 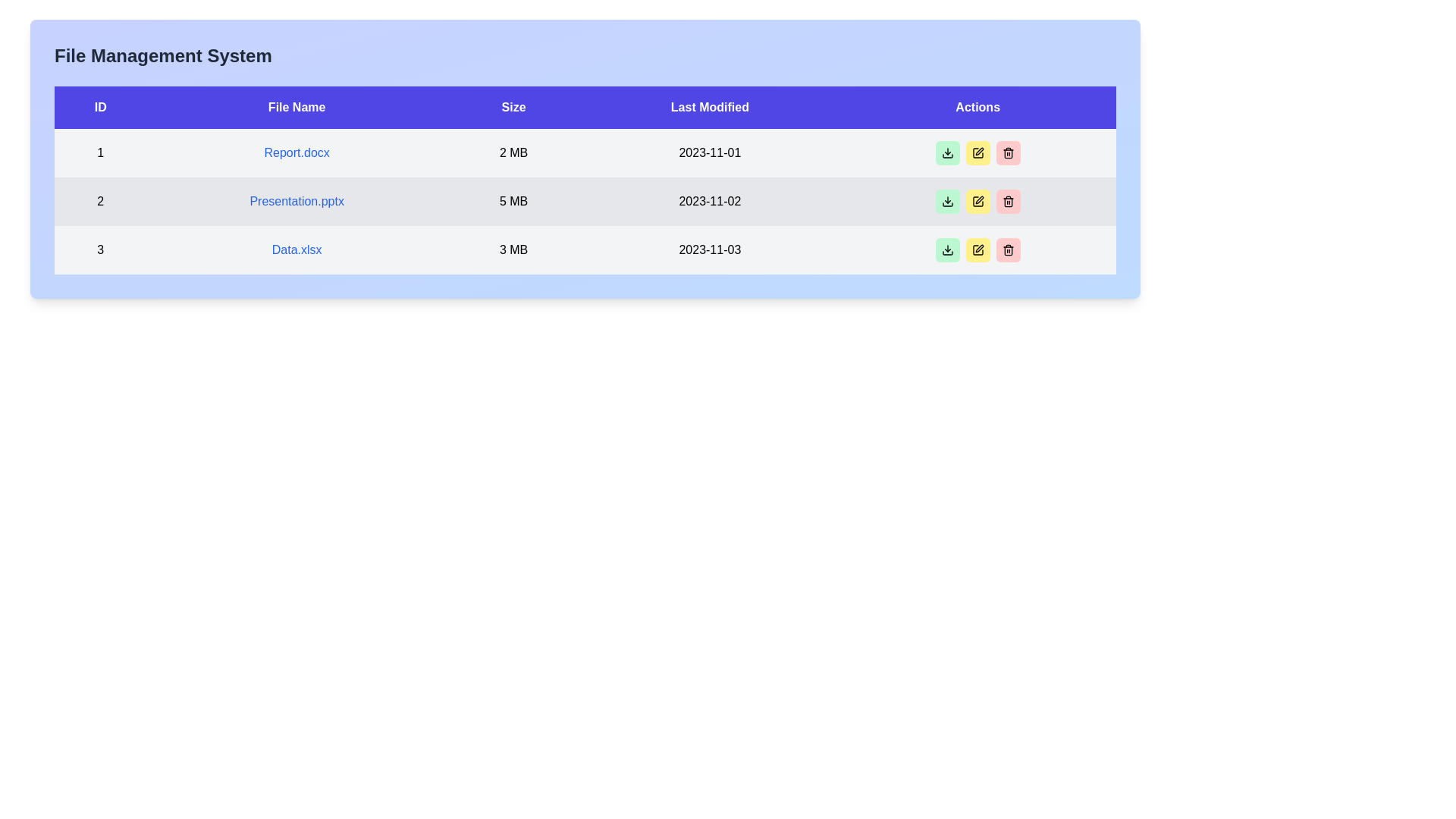 I want to click on the delete button in the 'Actions' column of the second row of the table, so click(x=1008, y=201).